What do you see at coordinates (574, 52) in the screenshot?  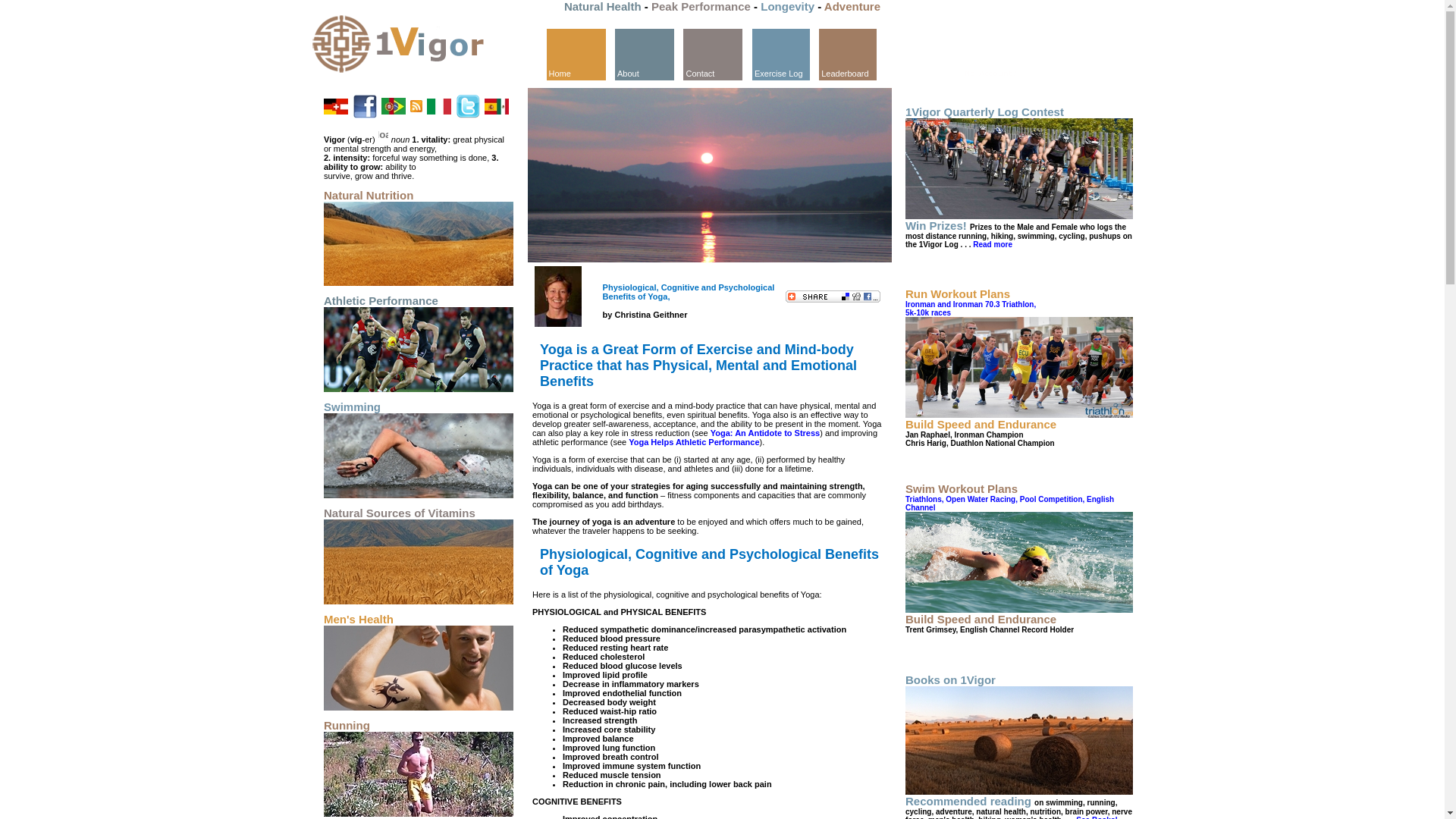 I see `'Home'` at bounding box center [574, 52].